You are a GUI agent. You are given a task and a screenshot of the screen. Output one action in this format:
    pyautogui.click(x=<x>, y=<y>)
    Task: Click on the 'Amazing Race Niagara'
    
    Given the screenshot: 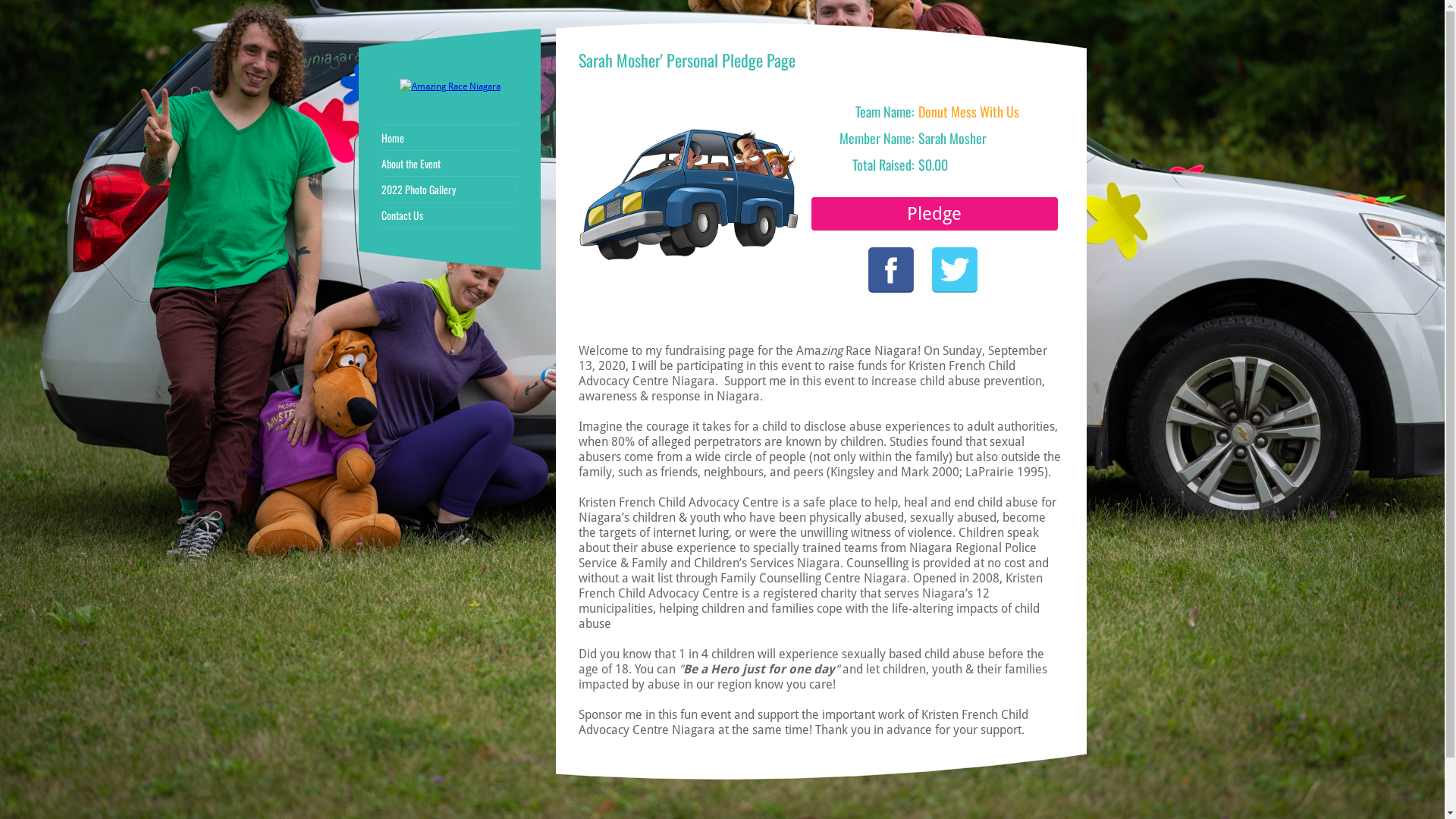 What is the action you would take?
    pyautogui.click(x=448, y=86)
    